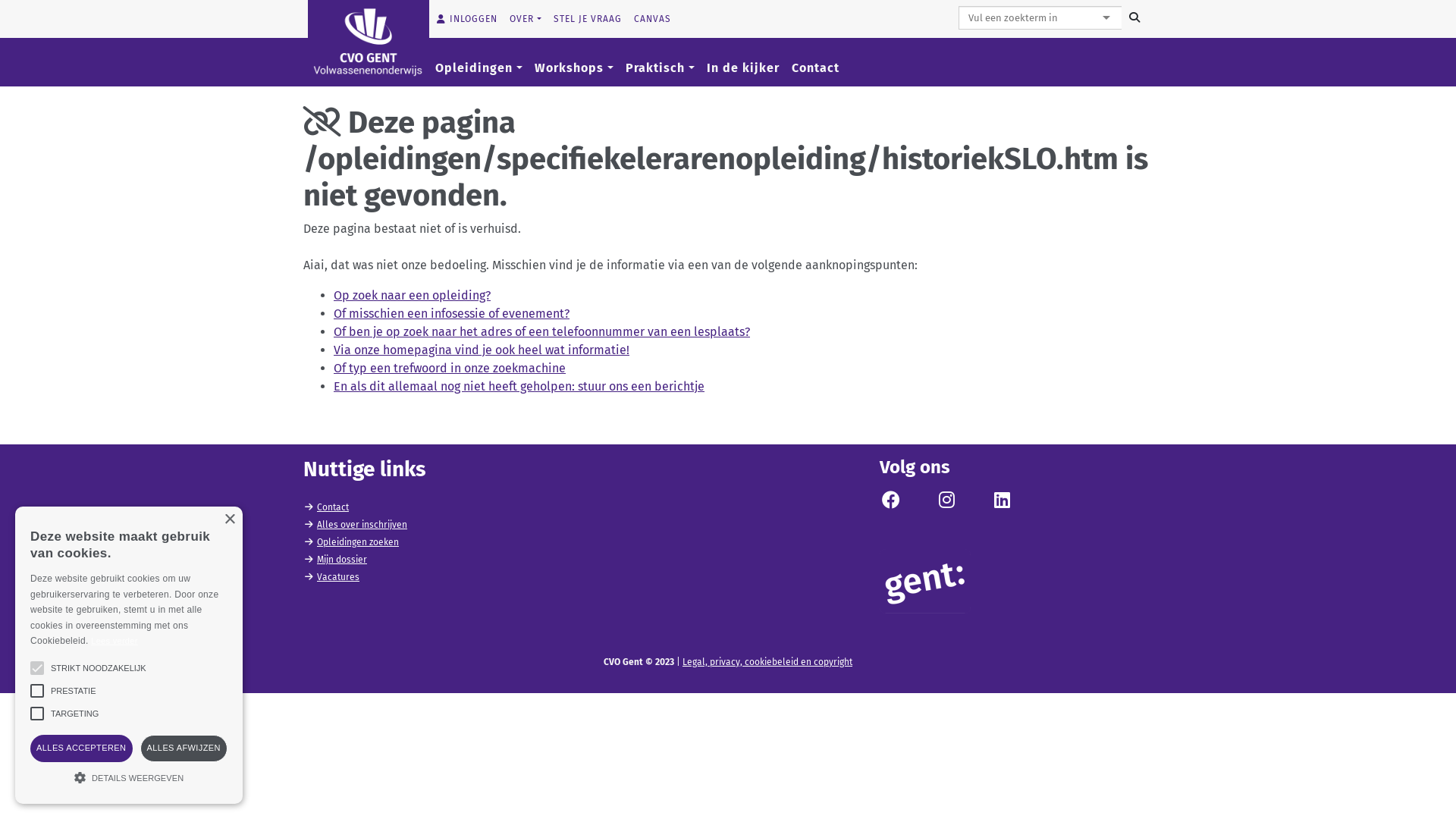 This screenshot has height=819, width=1456. I want to click on 'Praktisch', so click(660, 67).